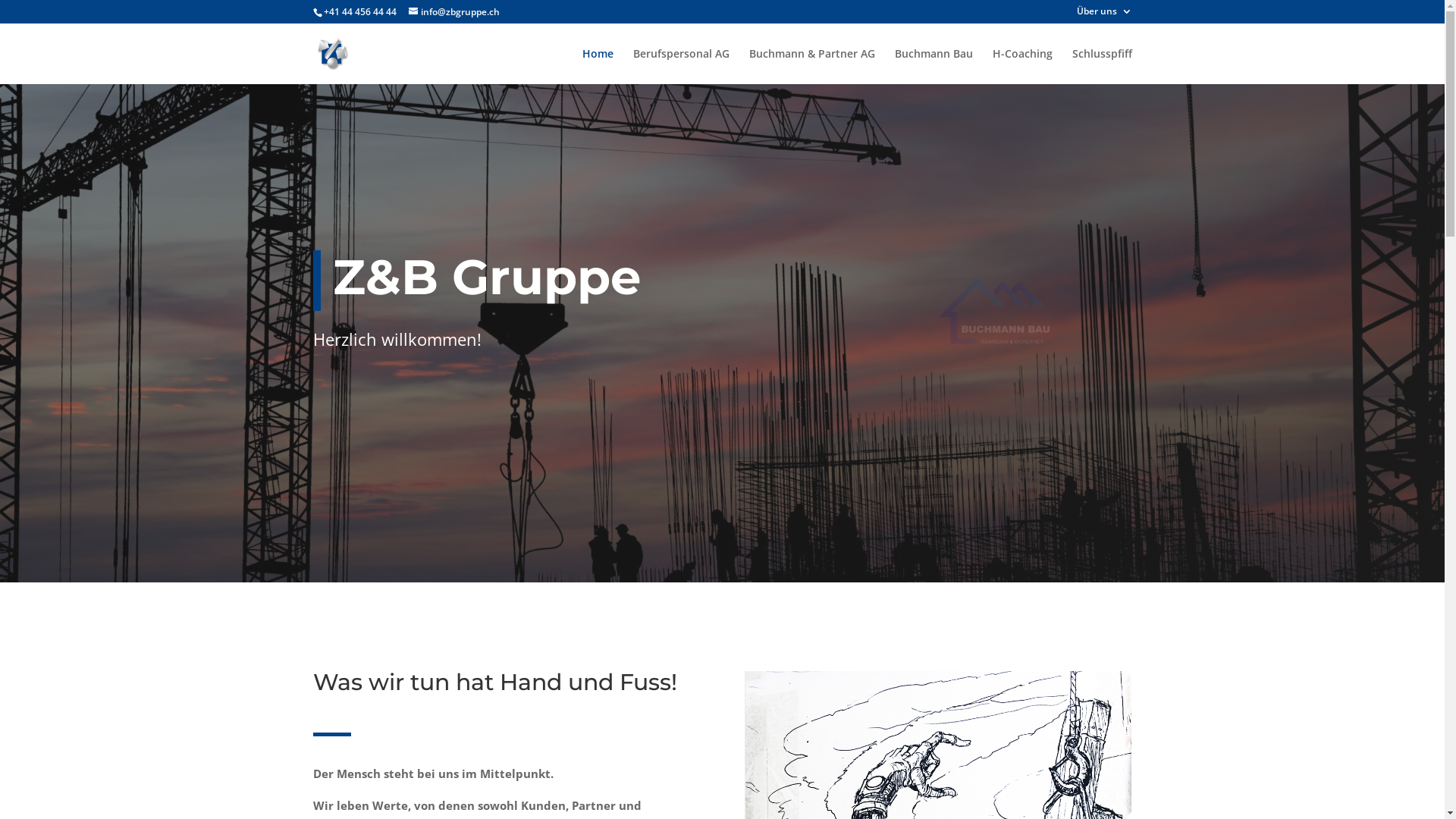  Describe the element at coordinates (1102, 65) in the screenshot. I see `'Schlusspfiff'` at that location.